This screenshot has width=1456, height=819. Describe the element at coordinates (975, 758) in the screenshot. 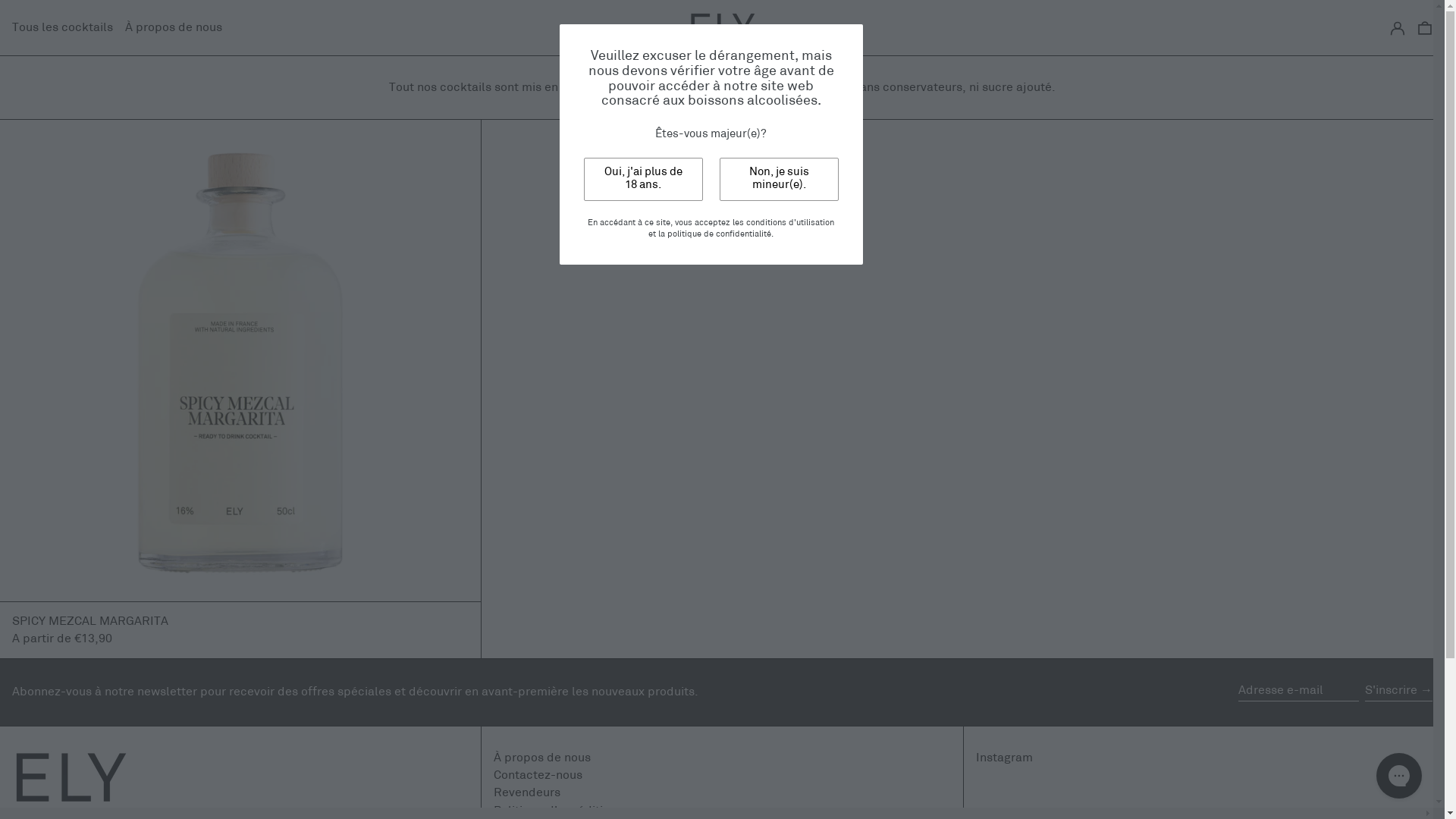

I see `'Instagram'` at that location.